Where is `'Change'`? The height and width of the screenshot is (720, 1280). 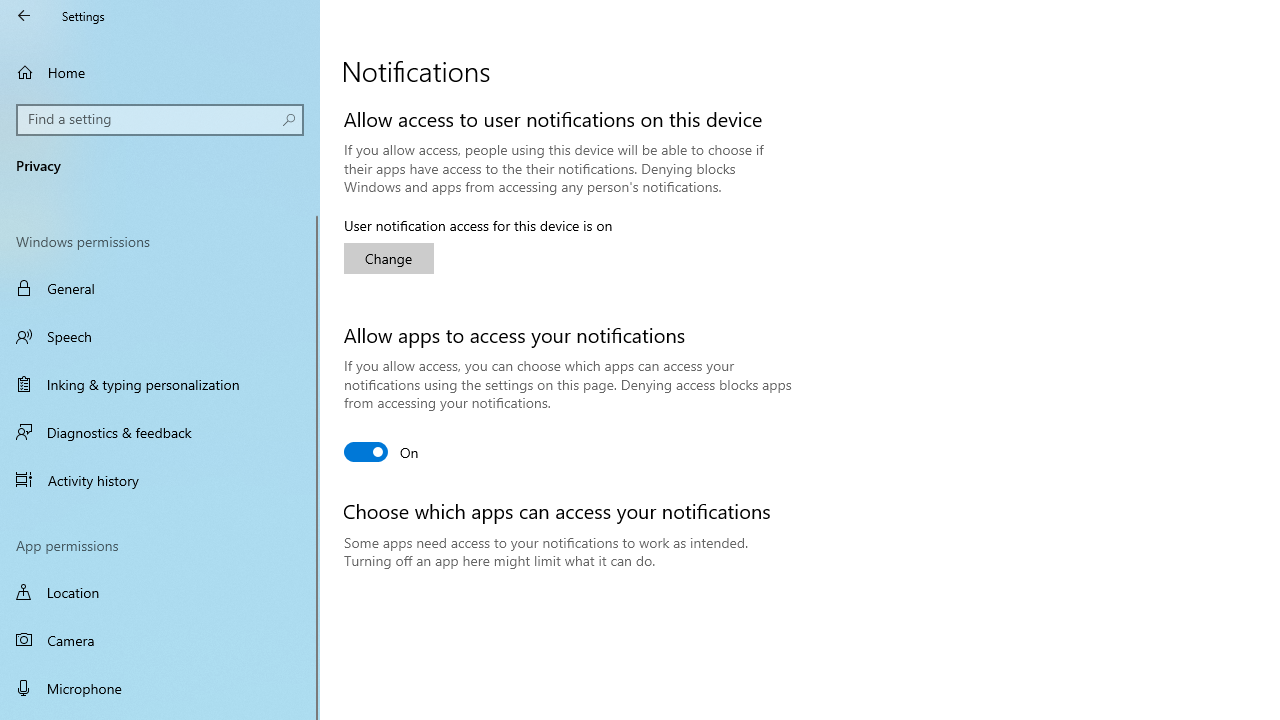
'Change' is located at coordinates (389, 257).